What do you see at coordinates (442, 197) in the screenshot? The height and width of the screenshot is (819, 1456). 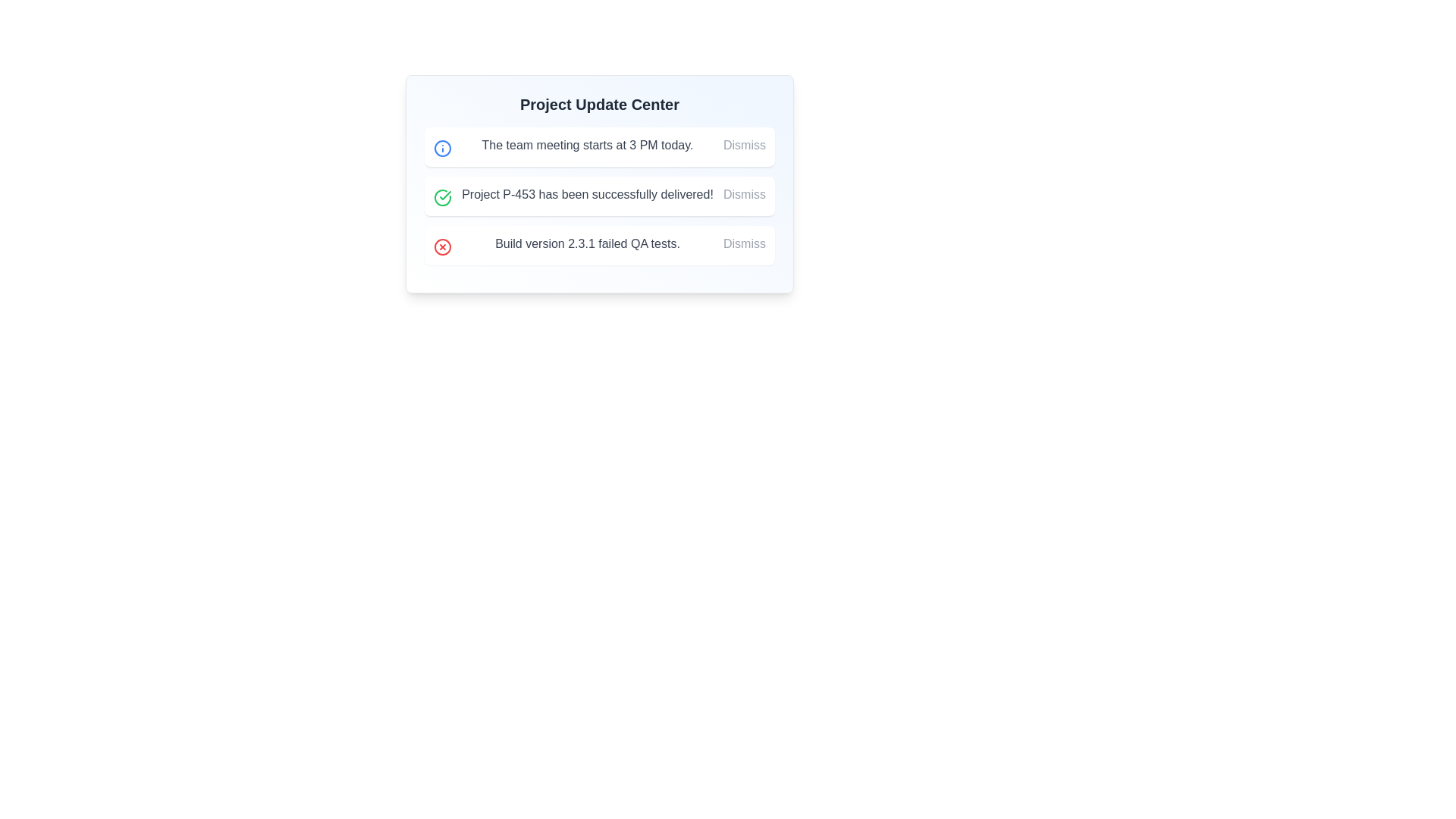 I see `the success icon that represents the confirmation of the notification stating 'Project P-453 has been successfully delivered!', located in the left section of the middle notification row` at bounding box center [442, 197].